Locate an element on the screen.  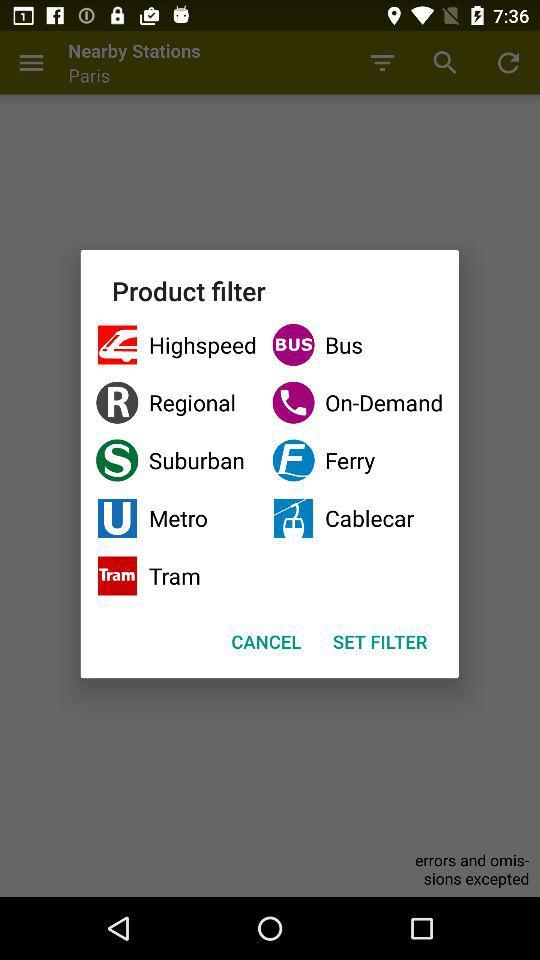
the item above the regional icon is located at coordinates (356, 345).